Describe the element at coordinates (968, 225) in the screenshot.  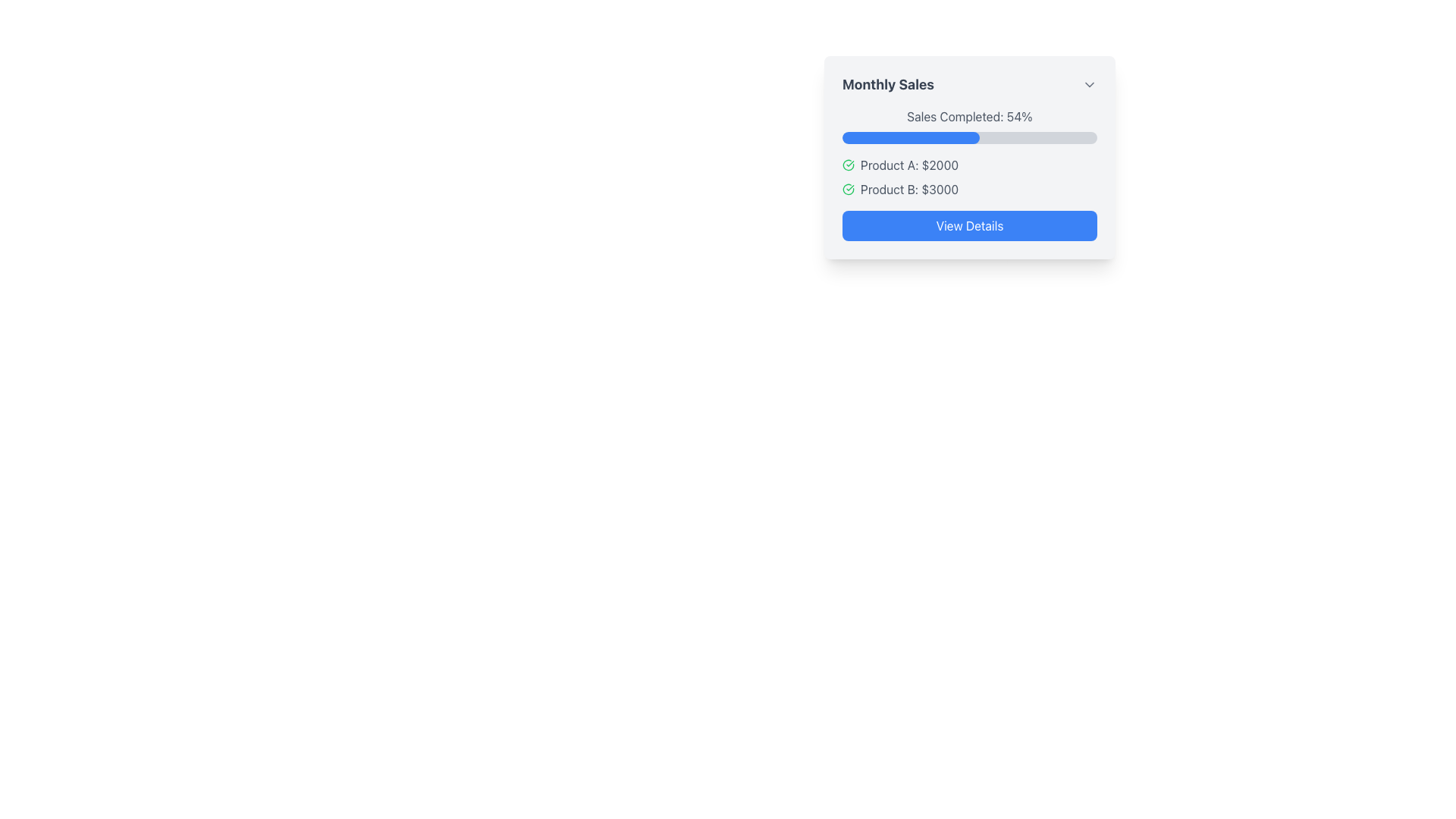
I see `the button located at the bottom of the sales information panel` at that location.